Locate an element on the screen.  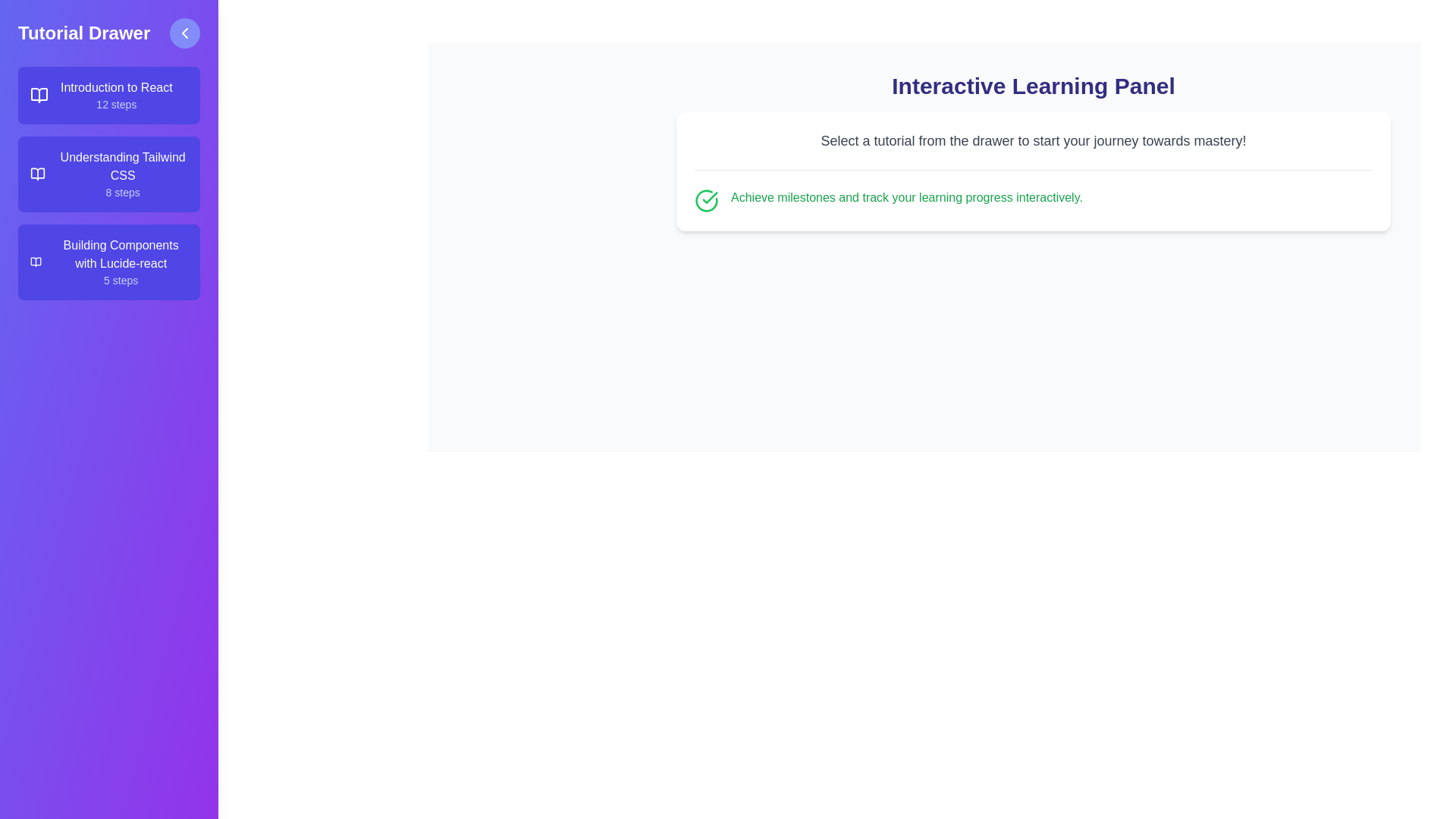
toggle button to open or close the drawer is located at coordinates (184, 33).